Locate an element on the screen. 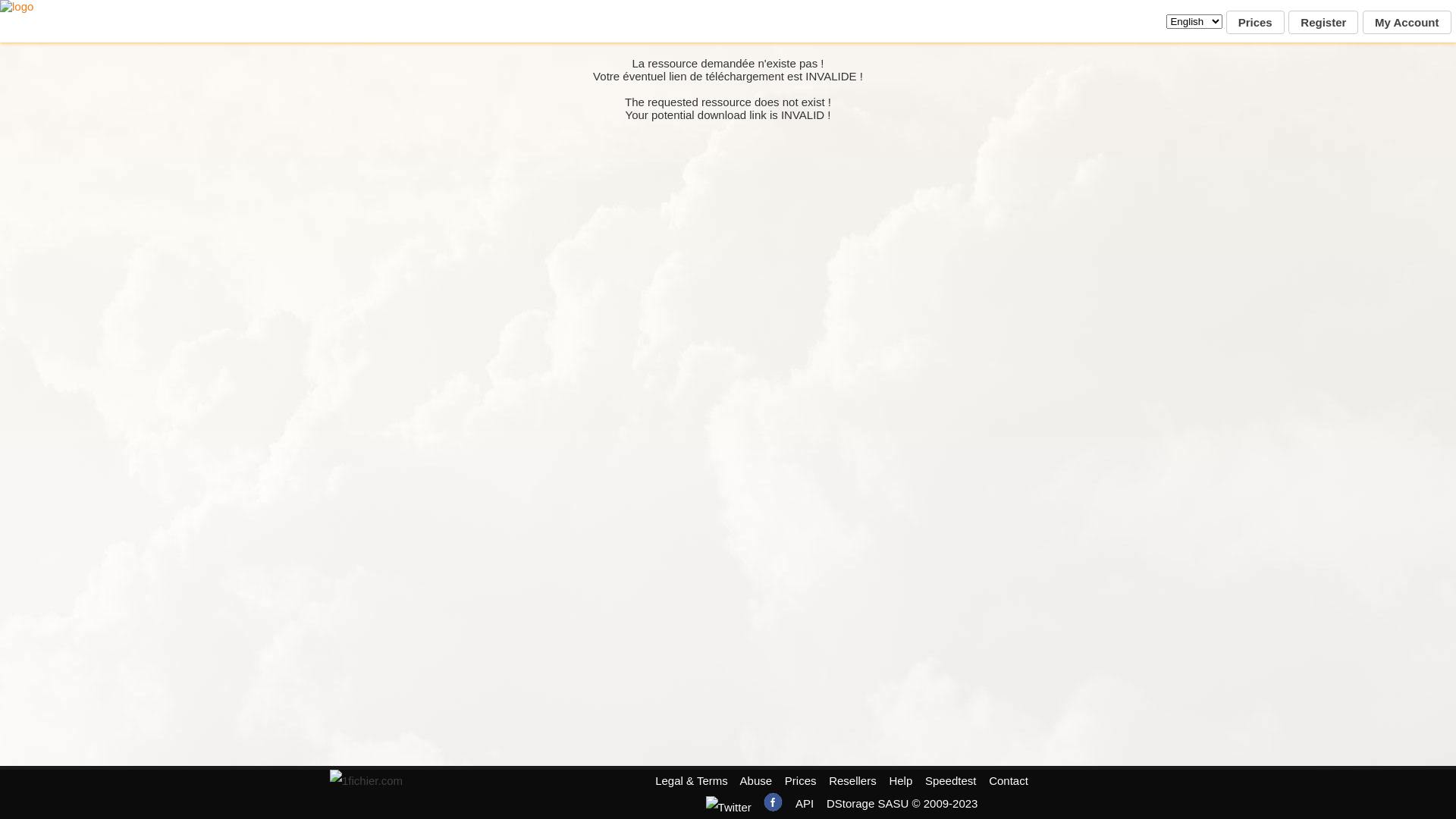 The width and height of the screenshot is (1456, 819). 'Register' is located at coordinates (1288, 22).